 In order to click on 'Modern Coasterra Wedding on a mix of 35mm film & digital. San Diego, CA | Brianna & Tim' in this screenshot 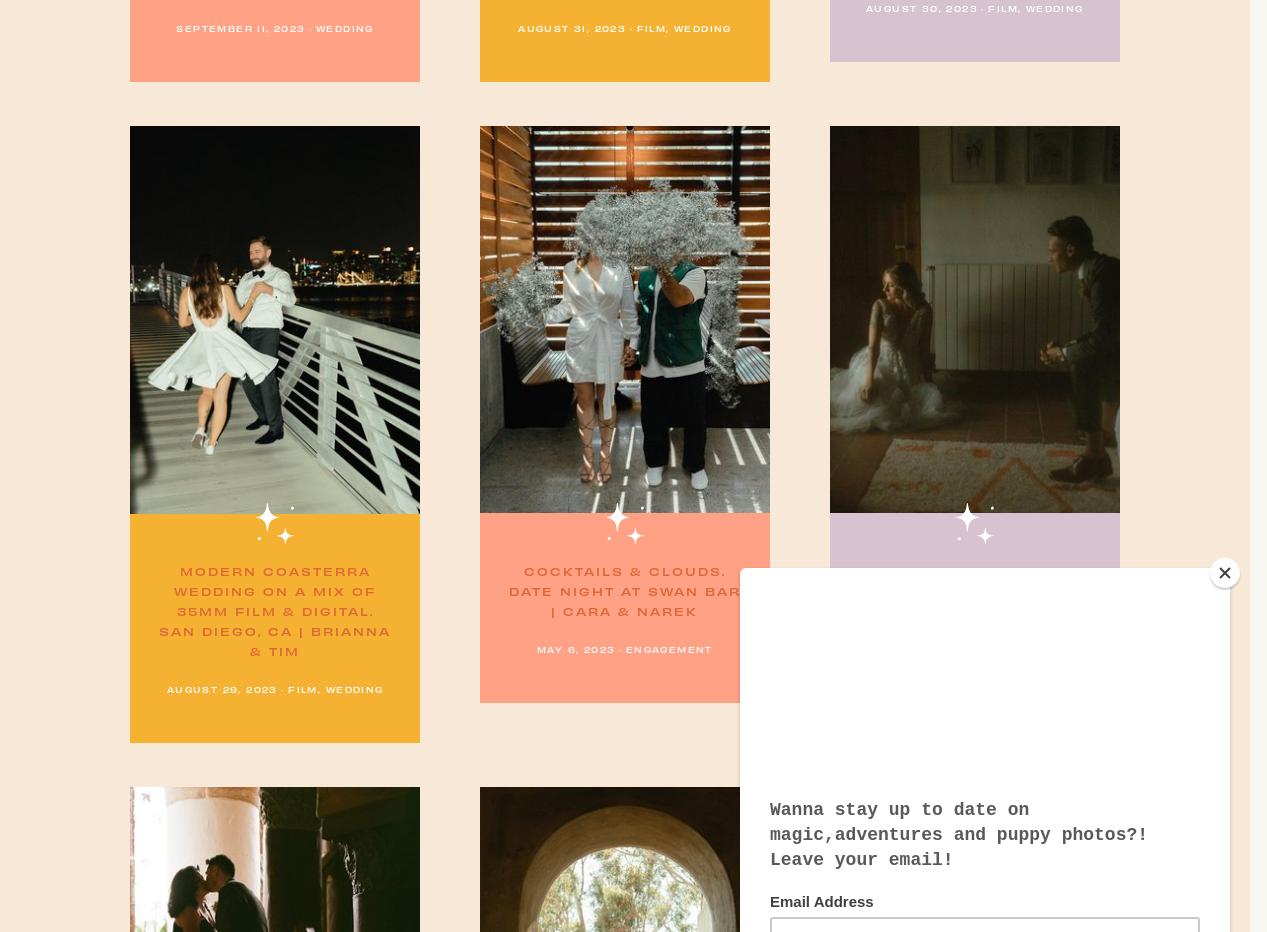, I will do `click(274, 610)`.